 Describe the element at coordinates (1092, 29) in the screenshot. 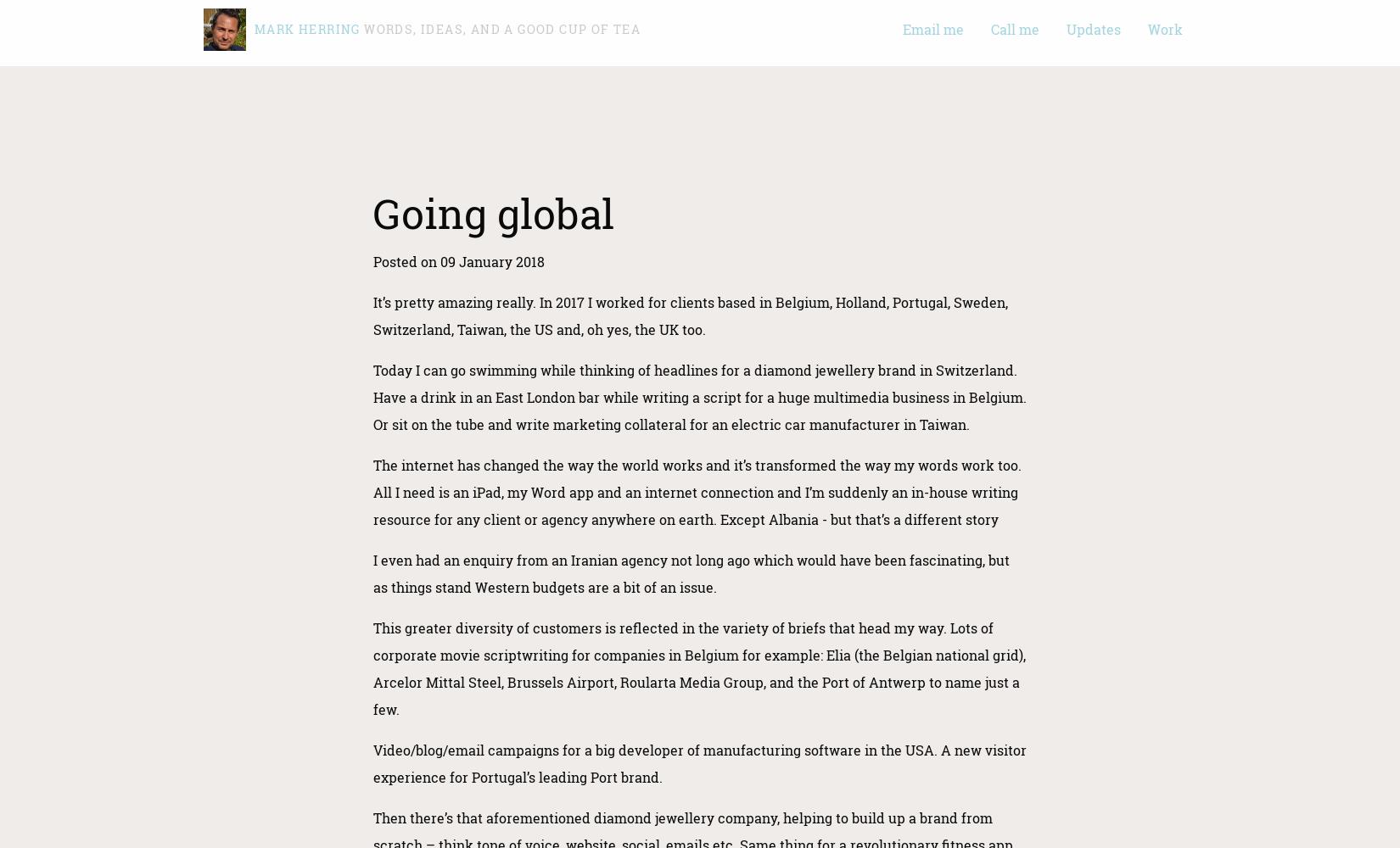

I see `'Updates'` at that location.